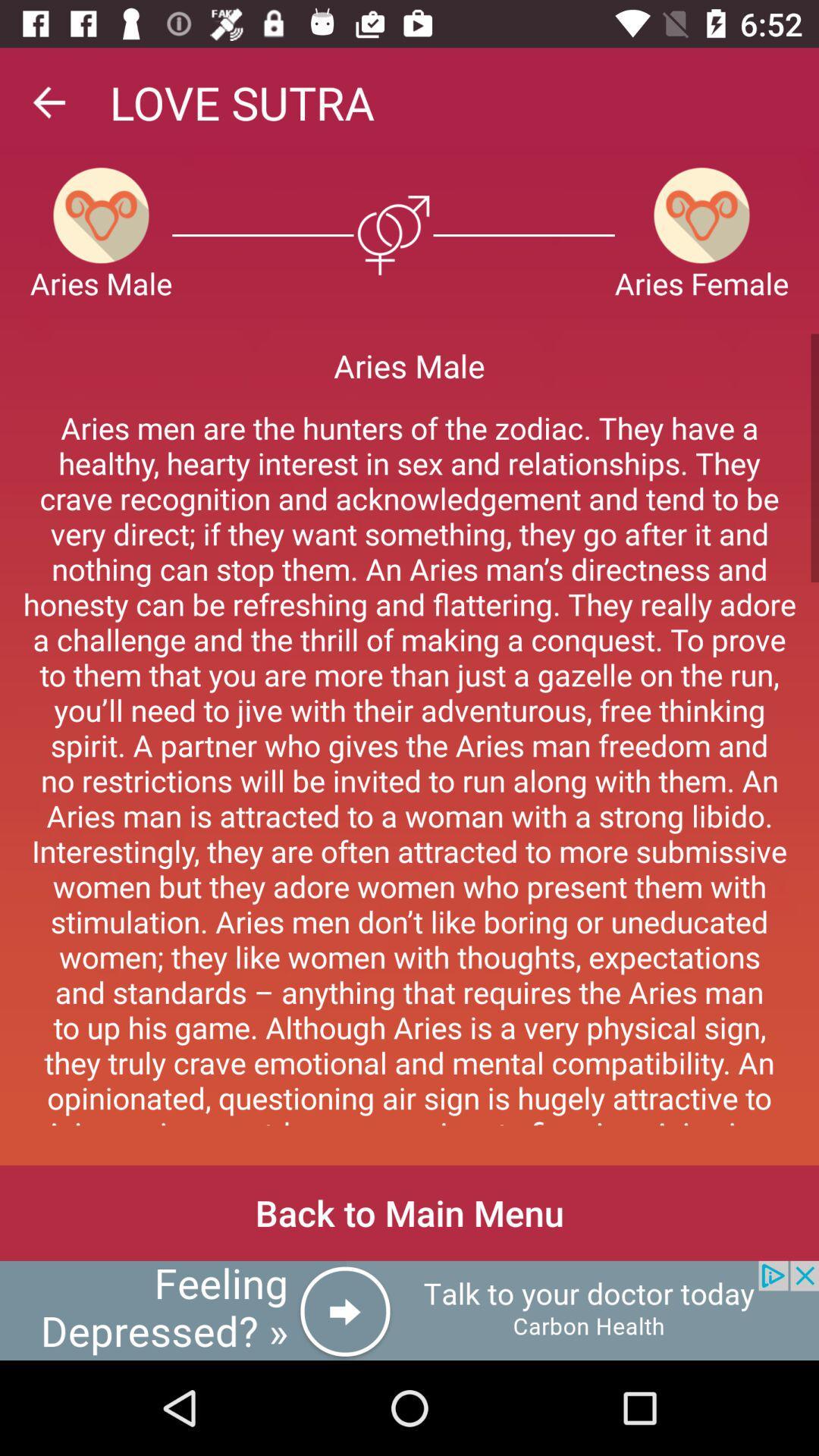 The height and width of the screenshot is (1456, 819). I want to click on go back, so click(48, 102).